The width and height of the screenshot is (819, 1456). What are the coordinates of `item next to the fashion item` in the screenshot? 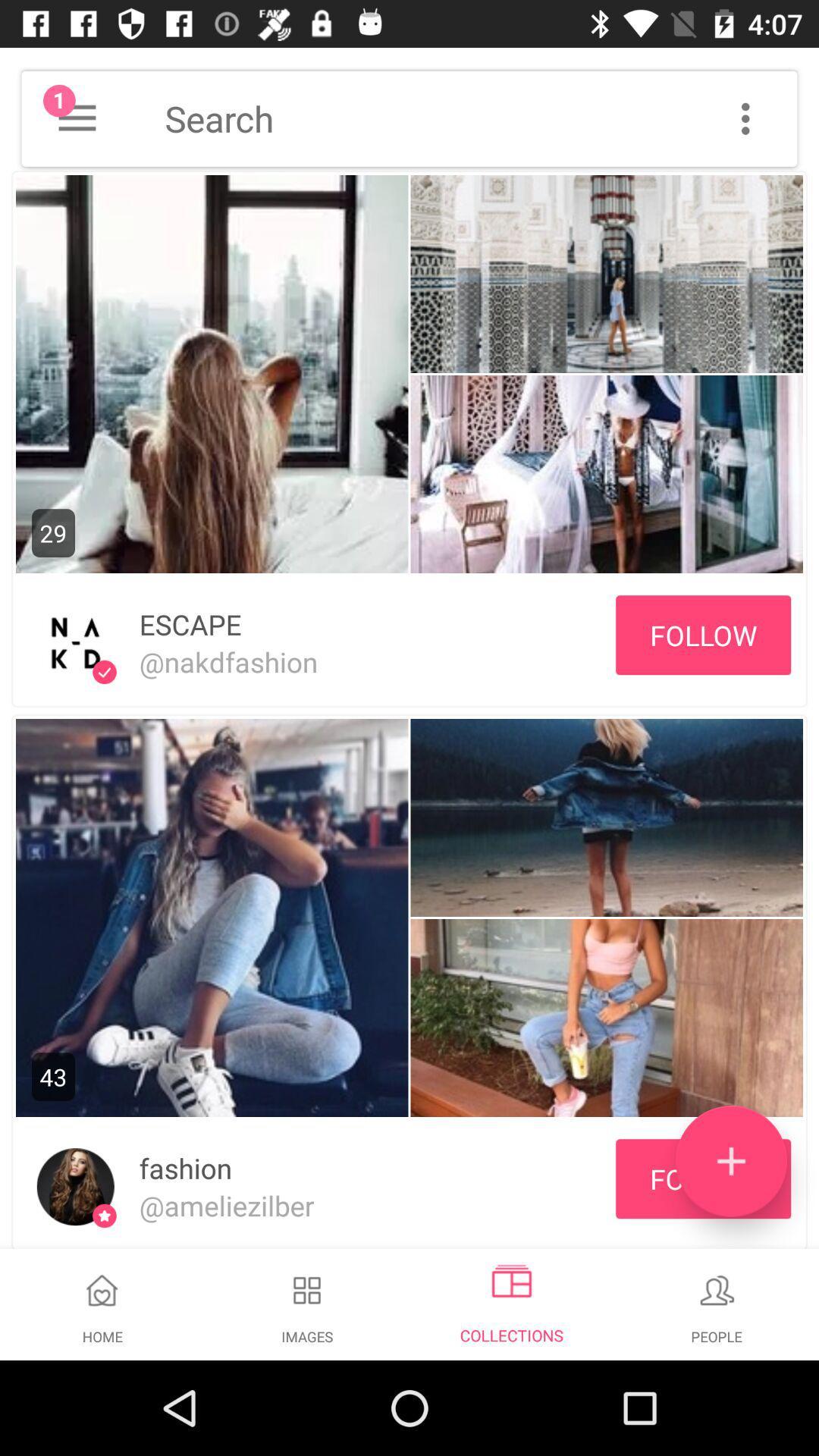 It's located at (730, 1160).